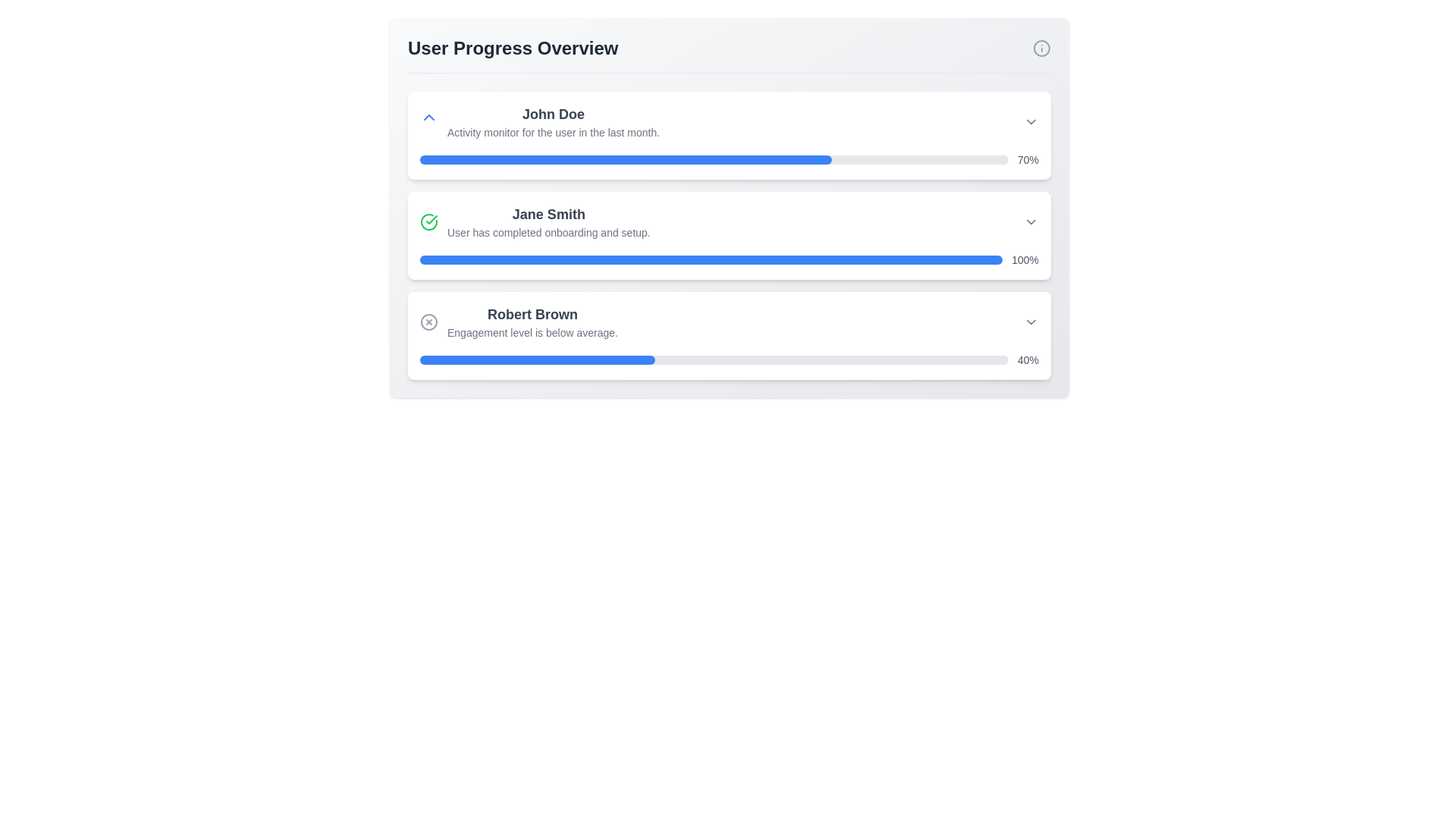 The width and height of the screenshot is (1456, 819). What do you see at coordinates (1028, 359) in the screenshot?
I see `value of the text label displaying '40%' in gray font, which is located to the right of a progress bar in the bottom section of a three-item list layout` at bounding box center [1028, 359].